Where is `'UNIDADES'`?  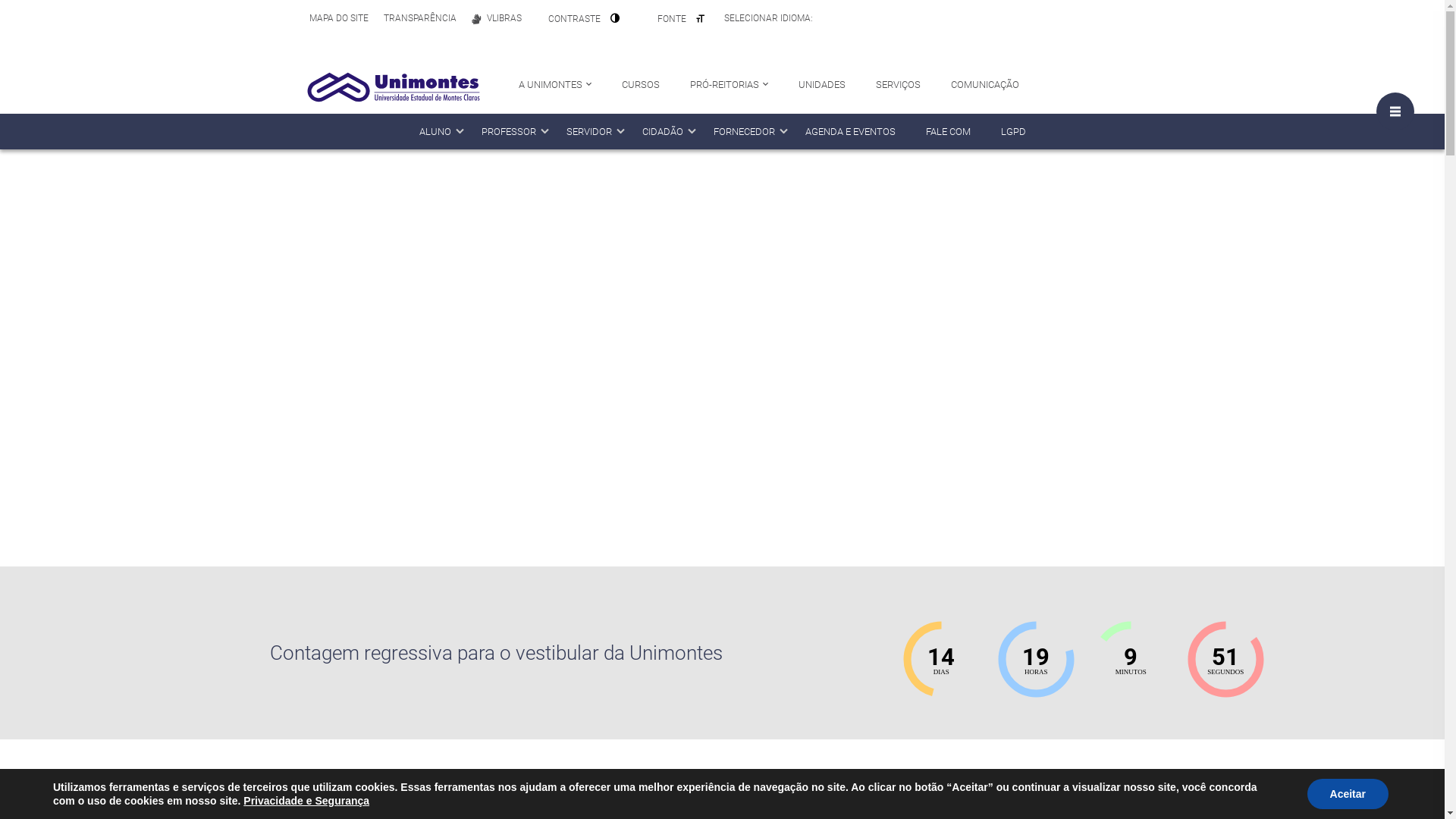
'UNIDADES' is located at coordinates (821, 85).